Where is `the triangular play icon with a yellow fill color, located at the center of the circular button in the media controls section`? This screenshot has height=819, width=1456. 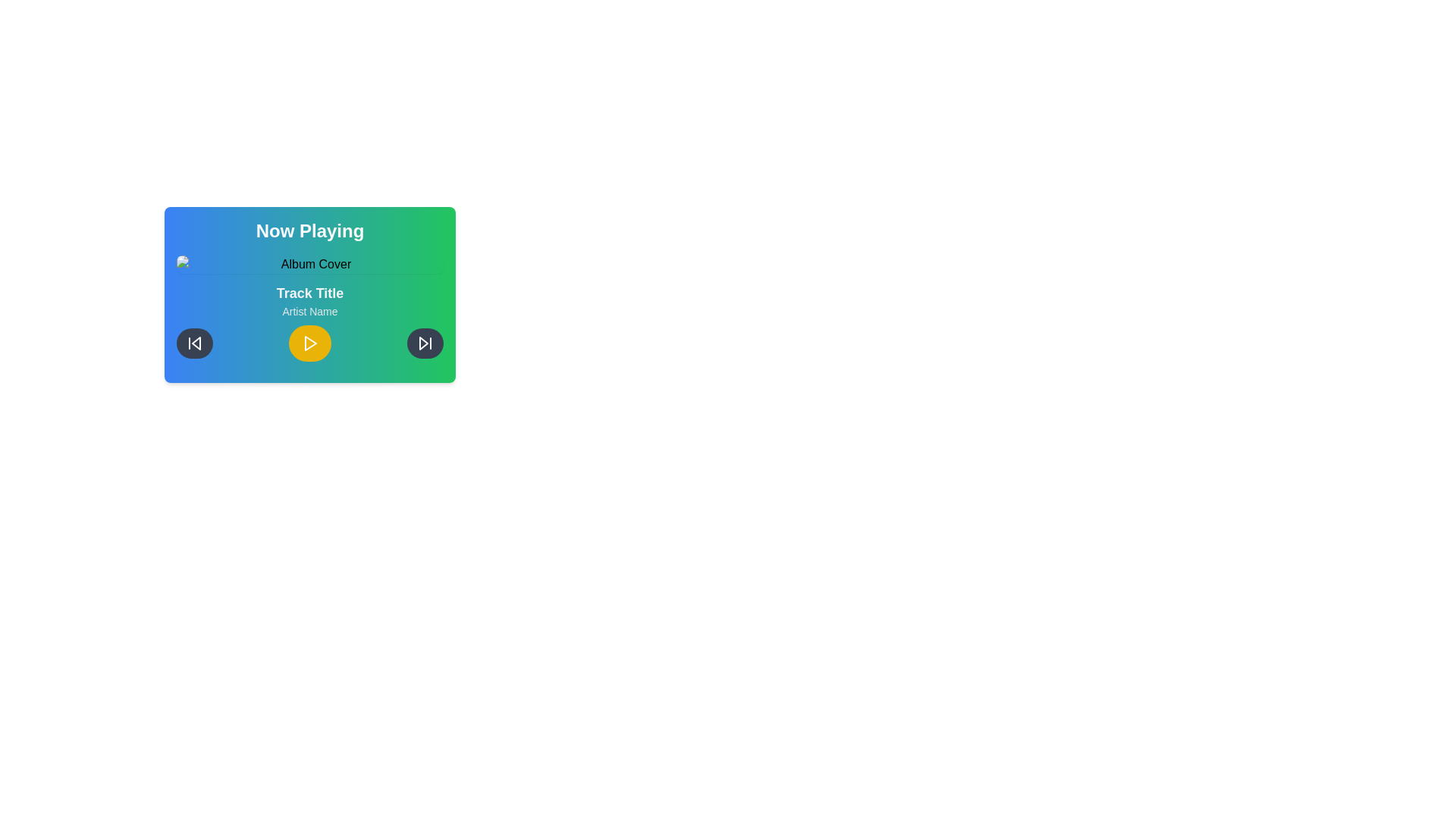
the triangular play icon with a yellow fill color, located at the center of the circular button in the media controls section is located at coordinates (309, 343).